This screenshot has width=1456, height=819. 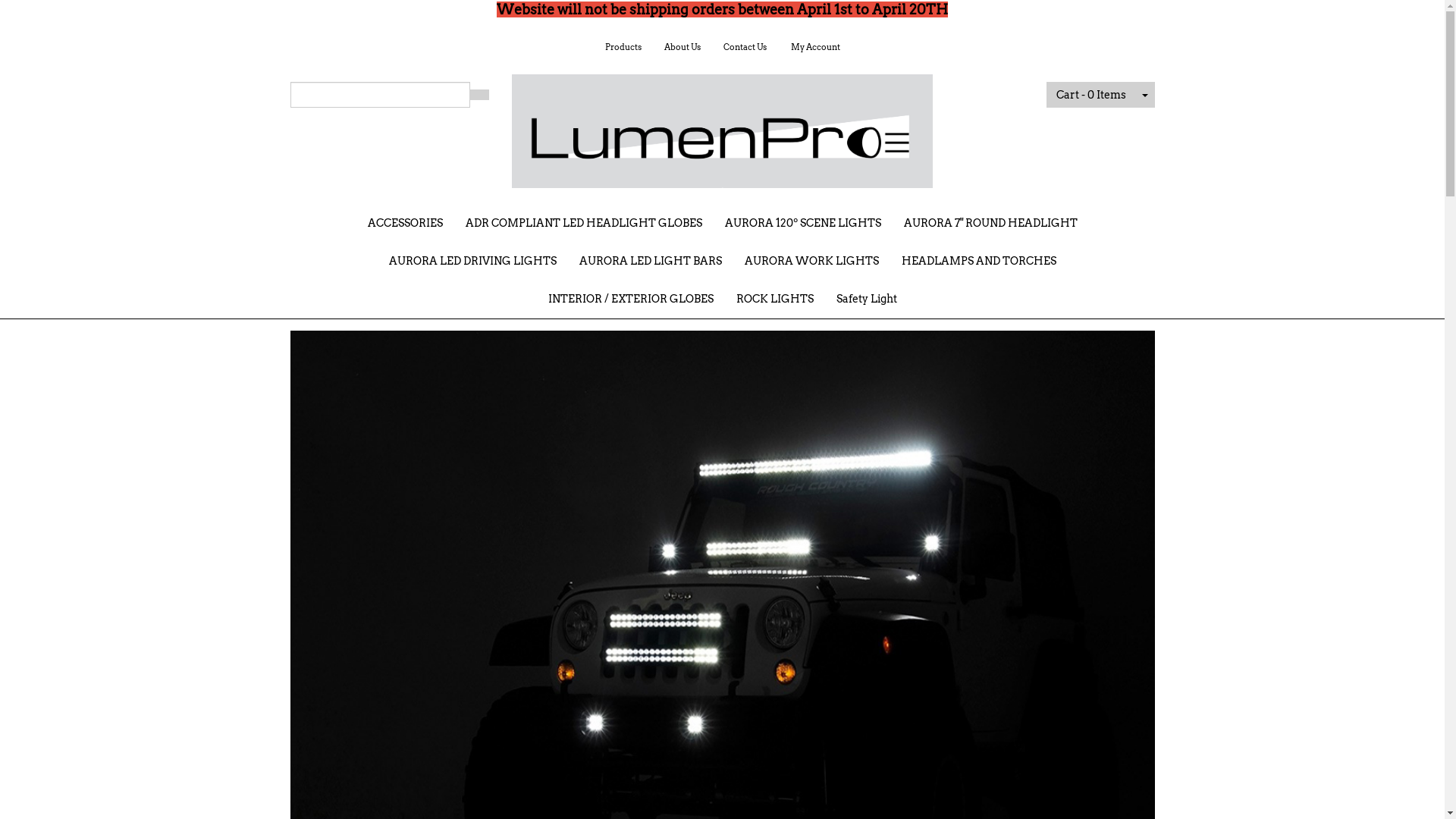 What do you see at coordinates (405, 222) in the screenshot?
I see `'ACCESSORIES'` at bounding box center [405, 222].